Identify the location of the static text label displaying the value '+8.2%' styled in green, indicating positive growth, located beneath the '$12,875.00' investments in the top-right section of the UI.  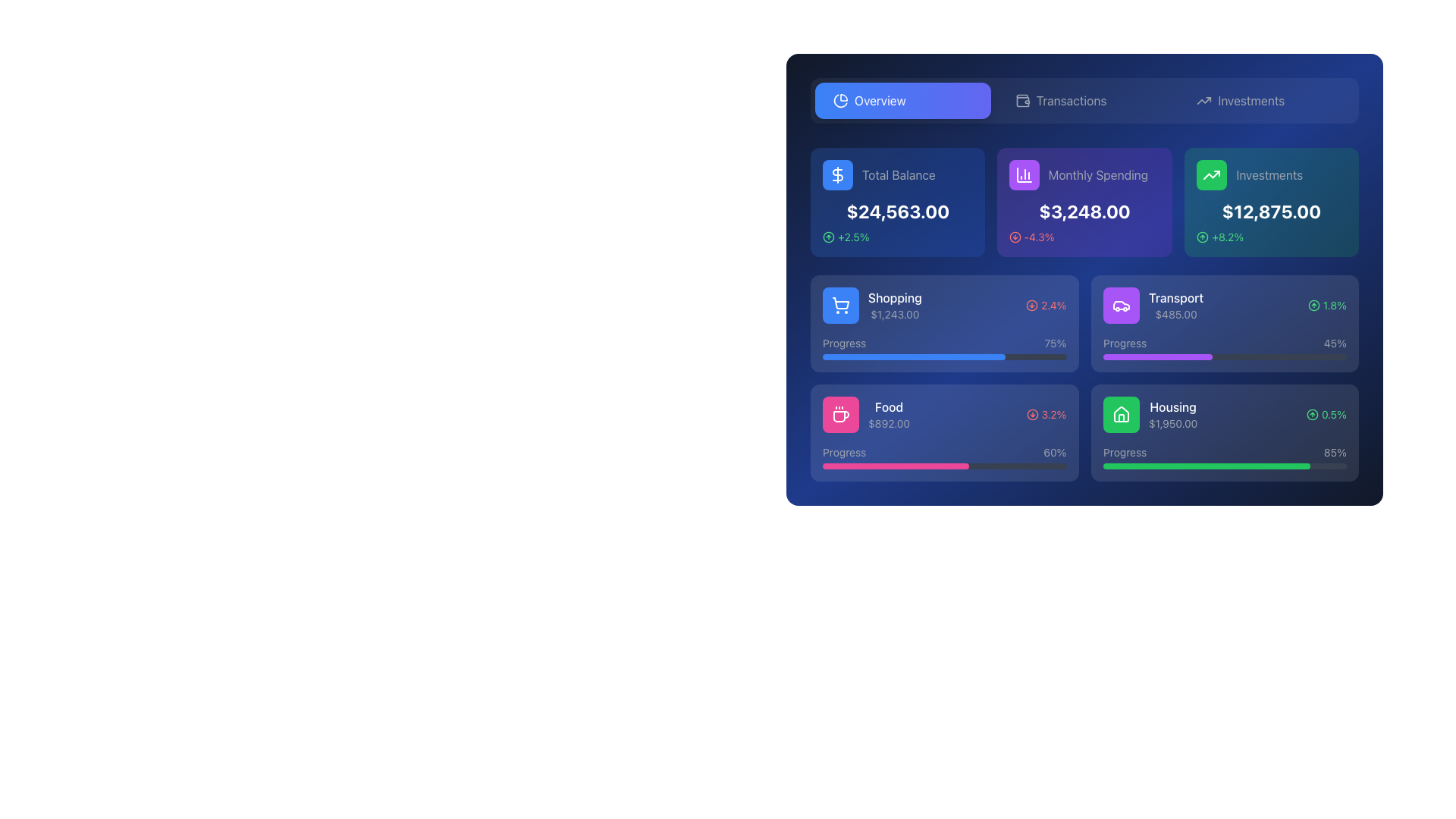
(1227, 237).